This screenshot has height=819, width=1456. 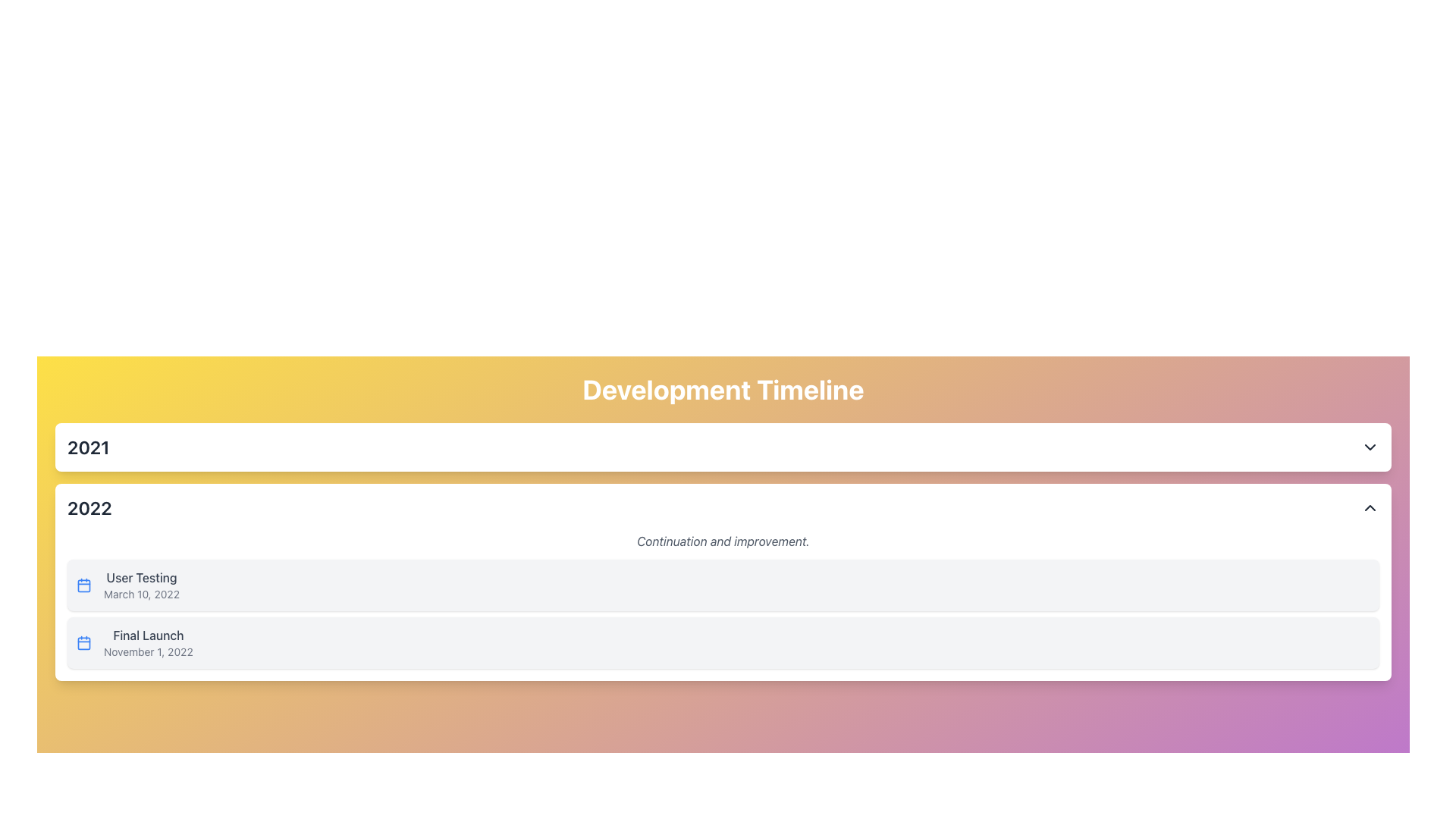 I want to click on the text label displaying the event name and date on the timeline under the year 2022, so click(x=142, y=584).